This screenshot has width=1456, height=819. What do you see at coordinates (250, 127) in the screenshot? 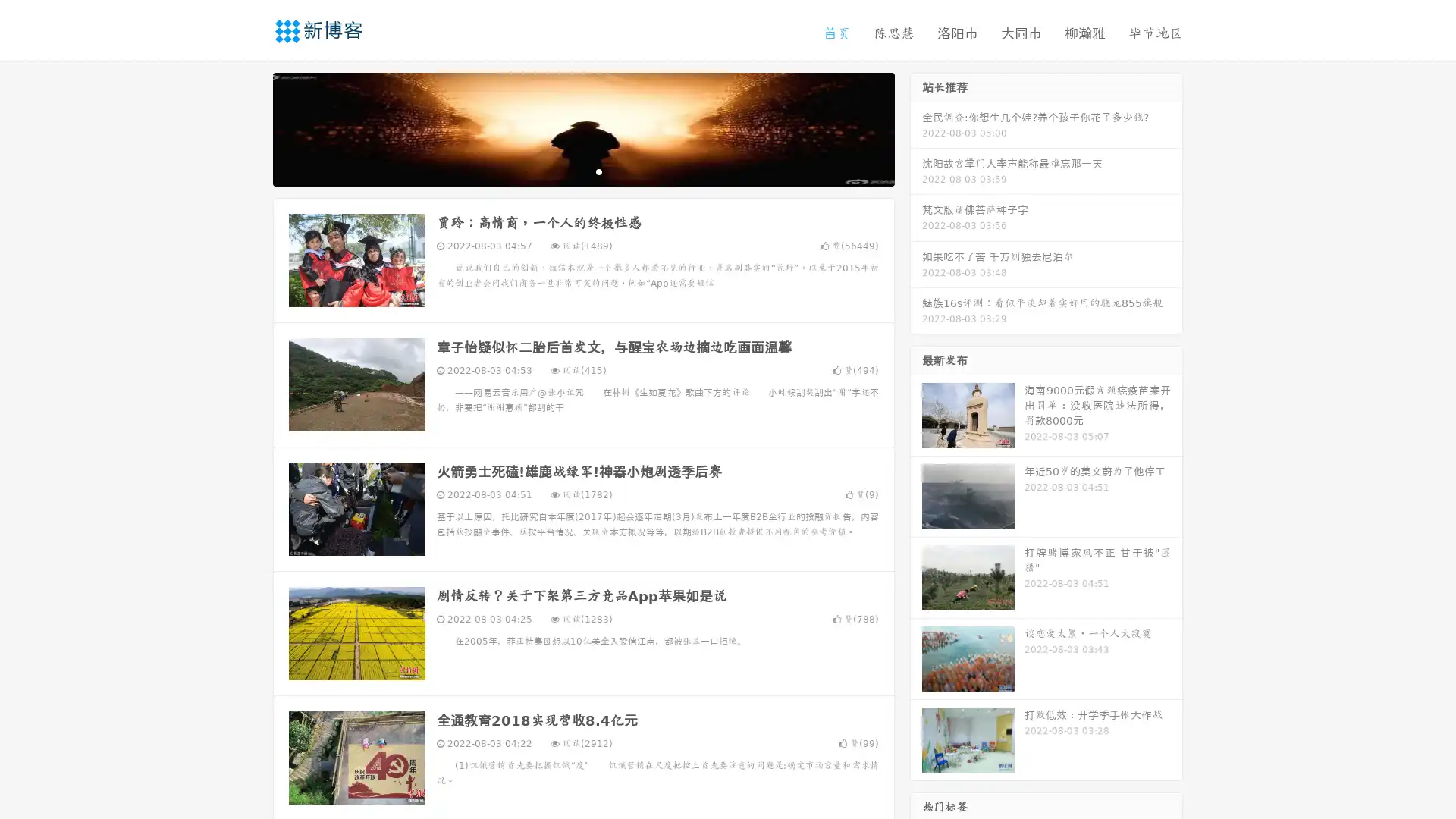
I see `Previous slide` at bounding box center [250, 127].